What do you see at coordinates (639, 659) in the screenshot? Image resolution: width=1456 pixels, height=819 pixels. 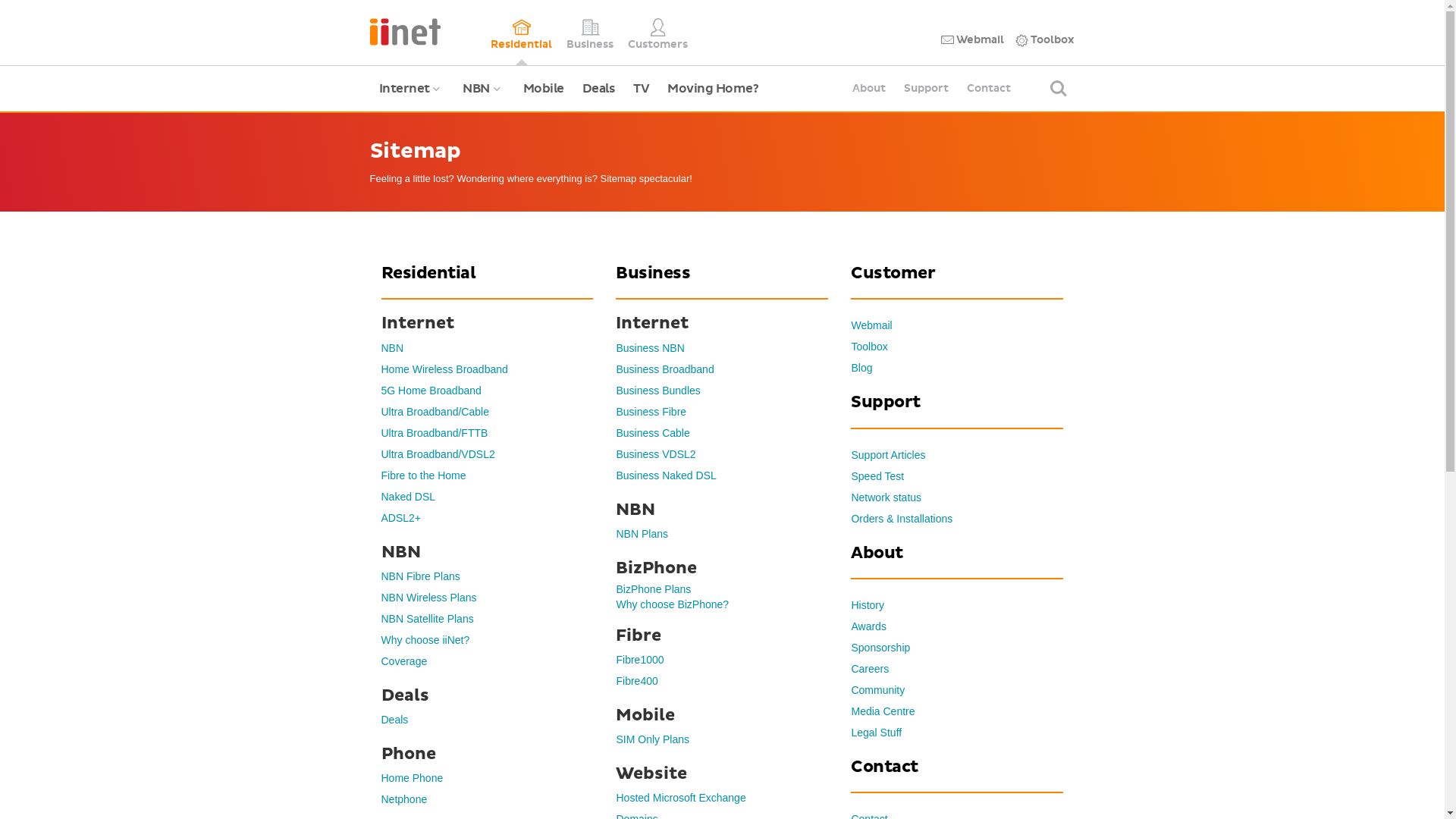 I see `'Fibre1000'` at bounding box center [639, 659].